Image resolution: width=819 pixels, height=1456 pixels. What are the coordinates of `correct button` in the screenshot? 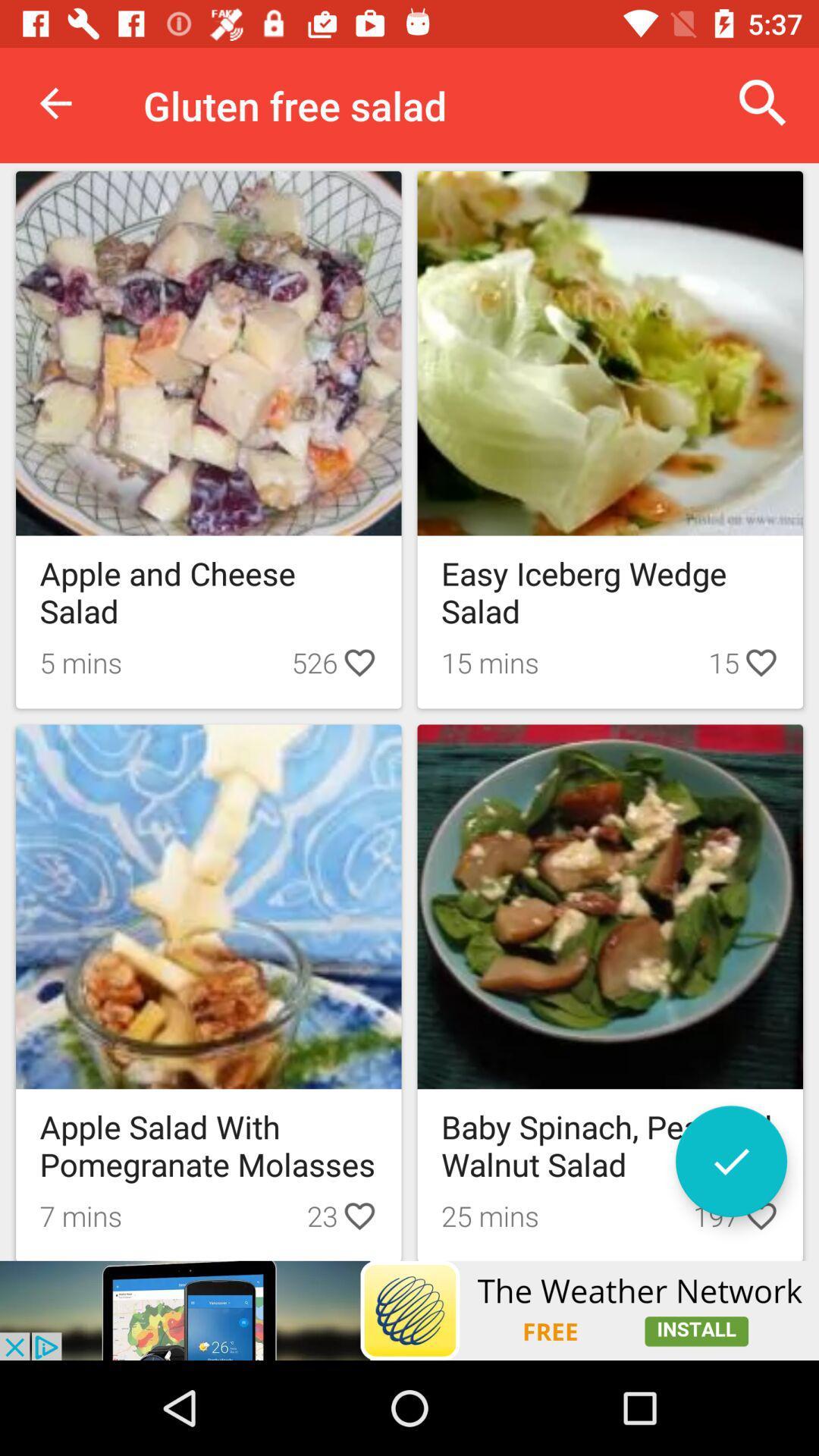 It's located at (730, 1160).